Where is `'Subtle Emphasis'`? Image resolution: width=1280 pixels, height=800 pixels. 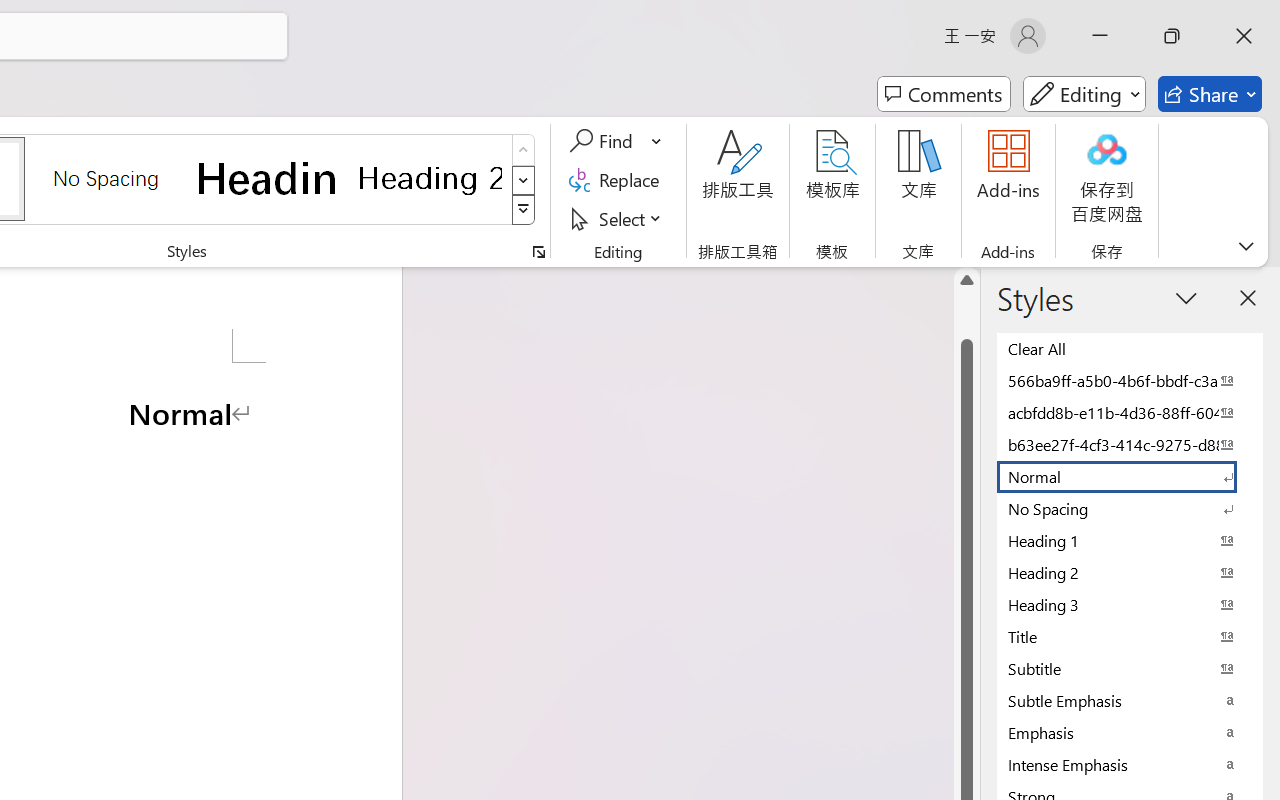
'Subtle Emphasis' is located at coordinates (1130, 700).